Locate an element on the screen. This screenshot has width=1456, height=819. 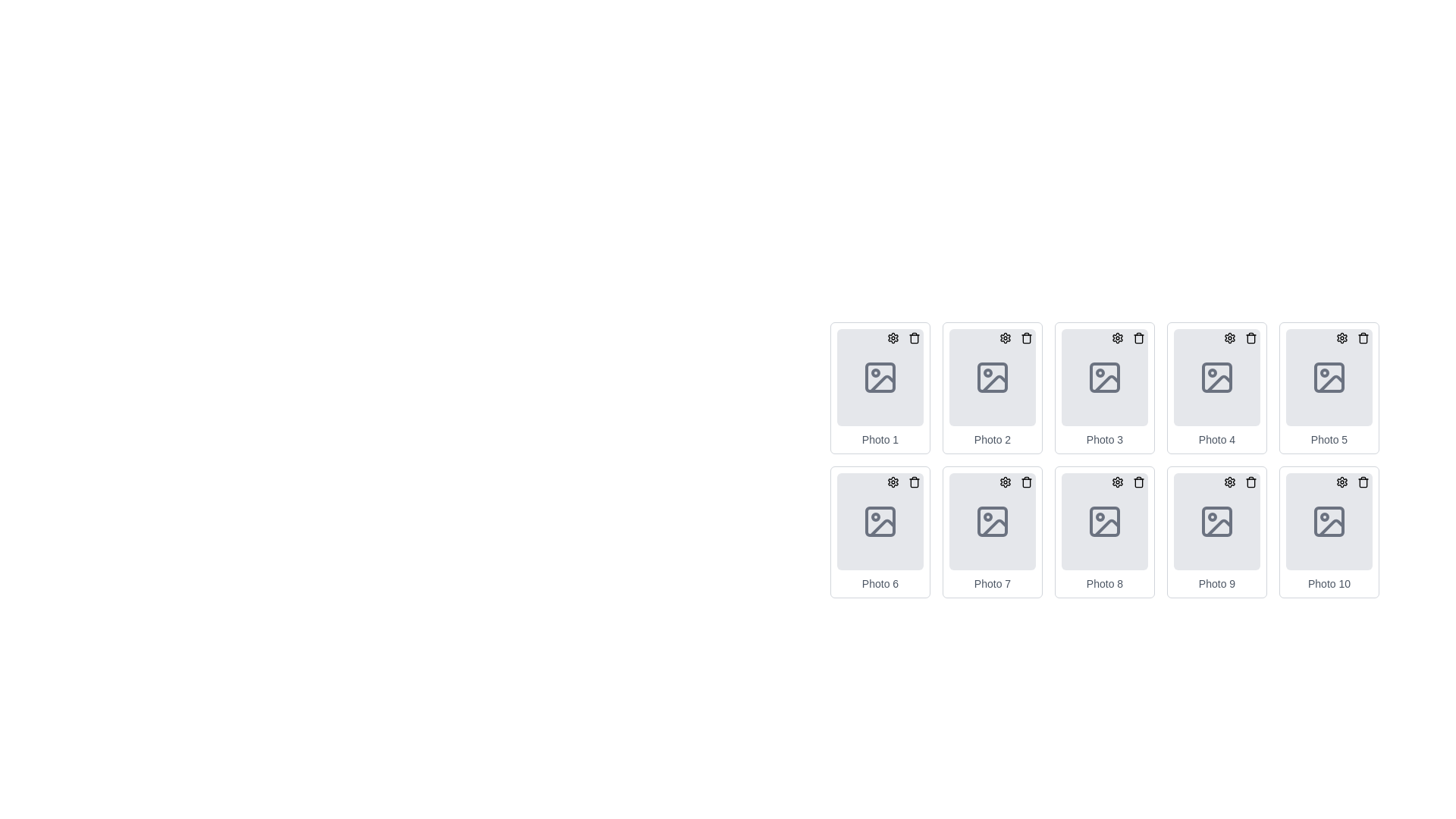
the Settings Icon button located at the top-right corner of the 'Photo 8' block is located at coordinates (1117, 482).